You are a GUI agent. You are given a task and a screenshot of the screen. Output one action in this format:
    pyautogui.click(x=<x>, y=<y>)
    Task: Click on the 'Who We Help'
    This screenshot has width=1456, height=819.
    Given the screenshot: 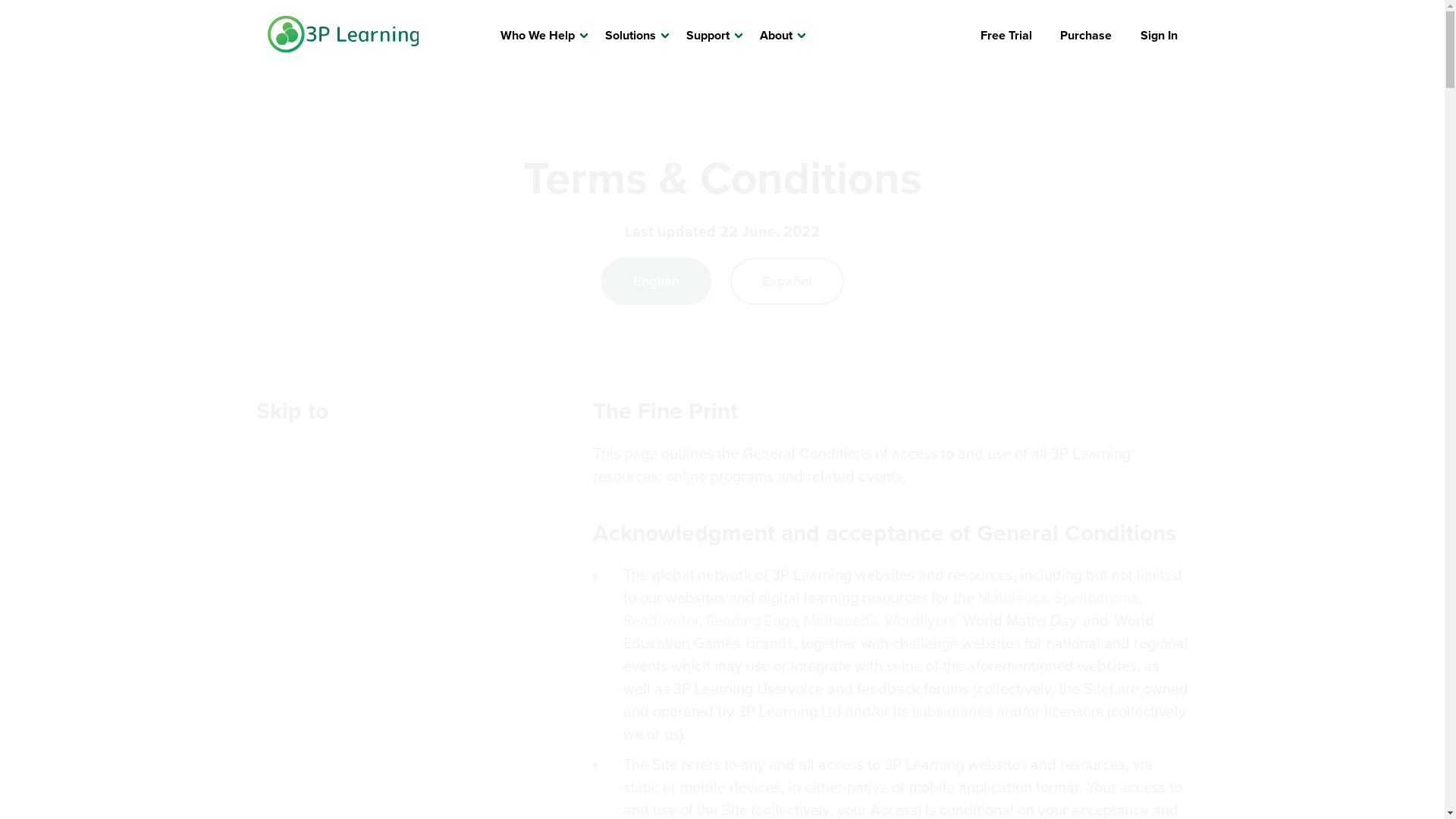 What is the action you would take?
    pyautogui.click(x=538, y=34)
    